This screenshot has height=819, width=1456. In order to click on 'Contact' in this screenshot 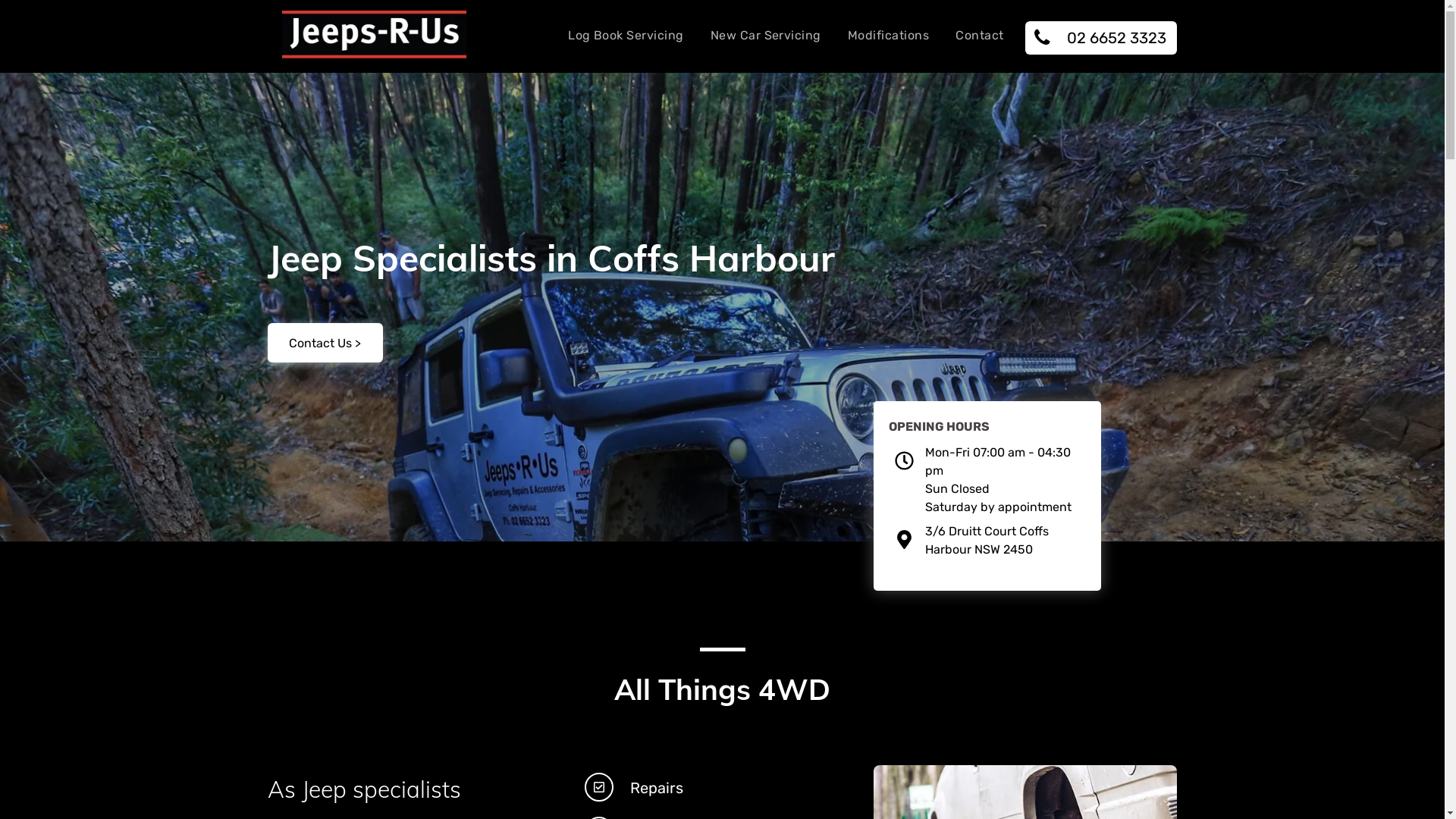, I will do `click(979, 34)`.